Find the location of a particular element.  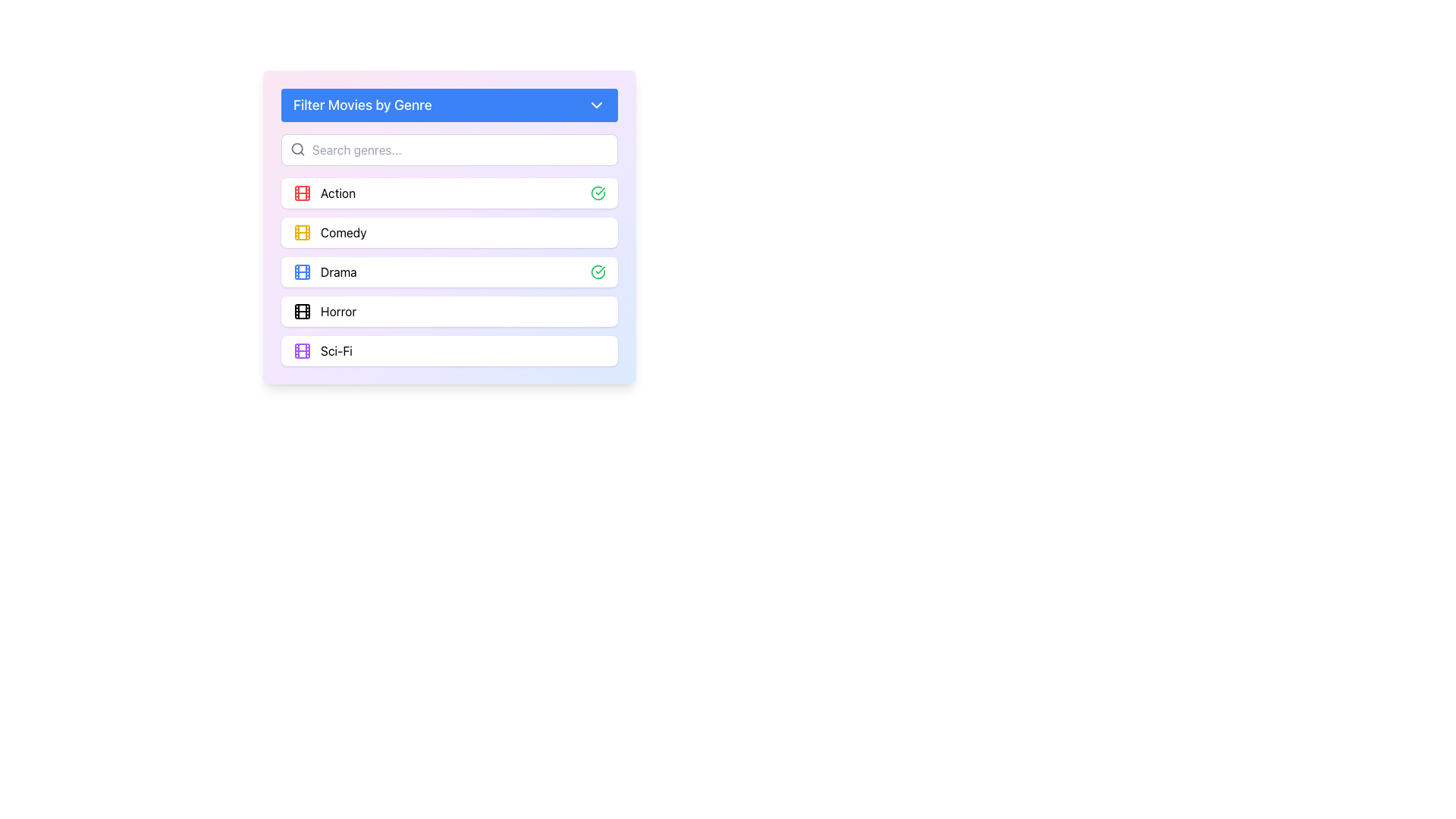

the small downward arrow icon located to the right of the 'Filter Movies by Genre' text is located at coordinates (596, 104).